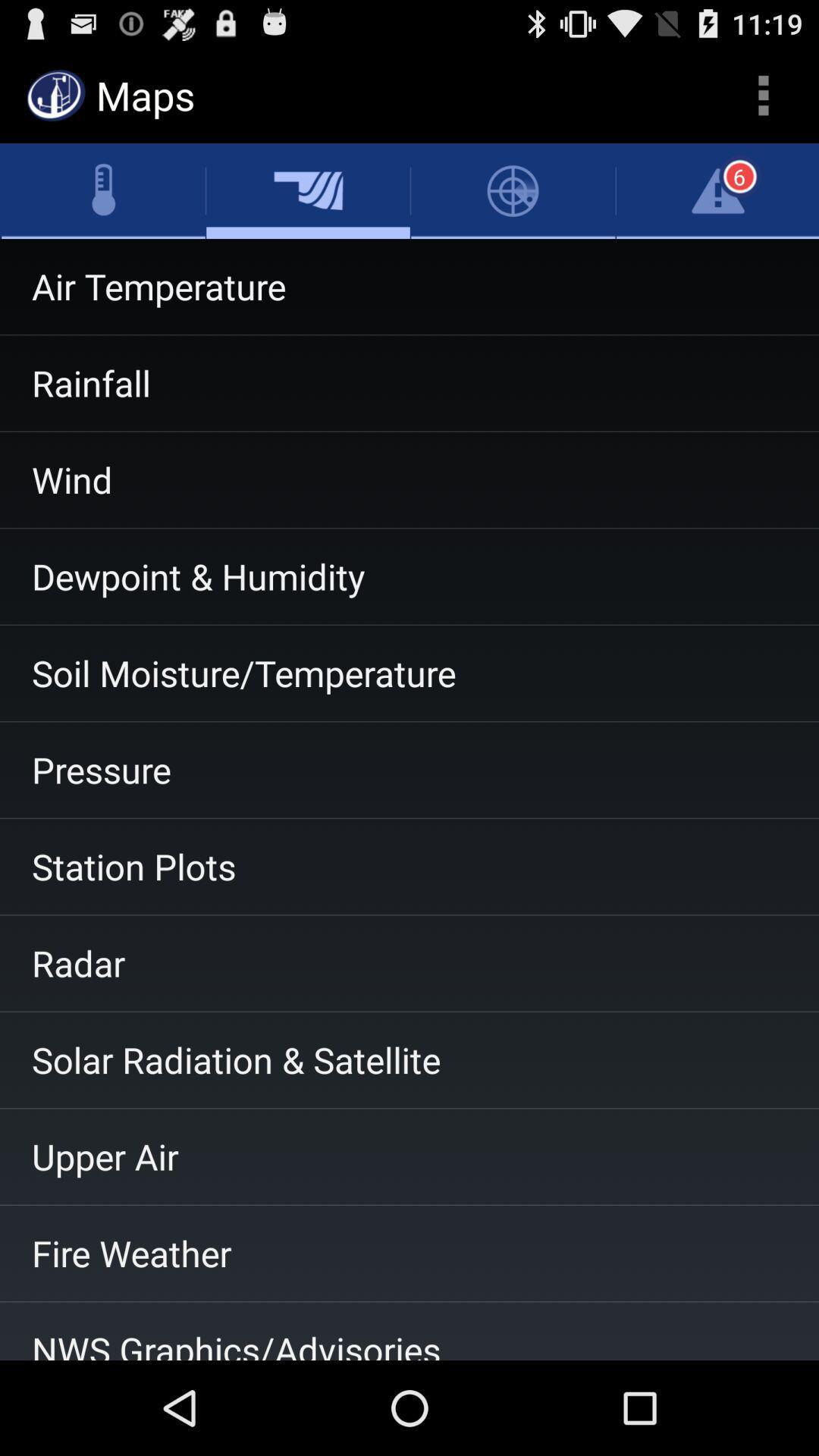 This screenshot has width=819, height=1456. Describe the element at coordinates (409, 1330) in the screenshot. I see `app below the fire weather app` at that location.